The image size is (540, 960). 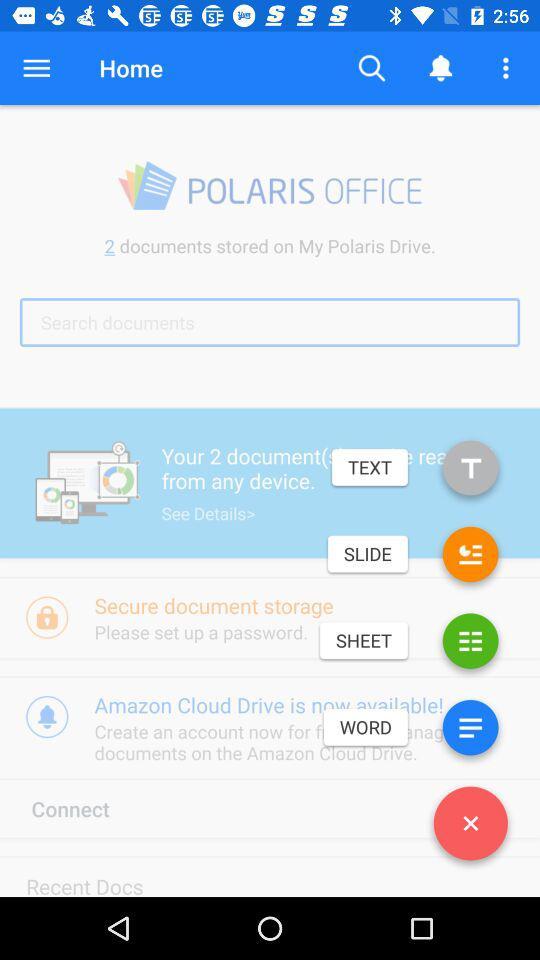 What do you see at coordinates (470, 827) in the screenshot?
I see `click red x` at bounding box center [470, 827].